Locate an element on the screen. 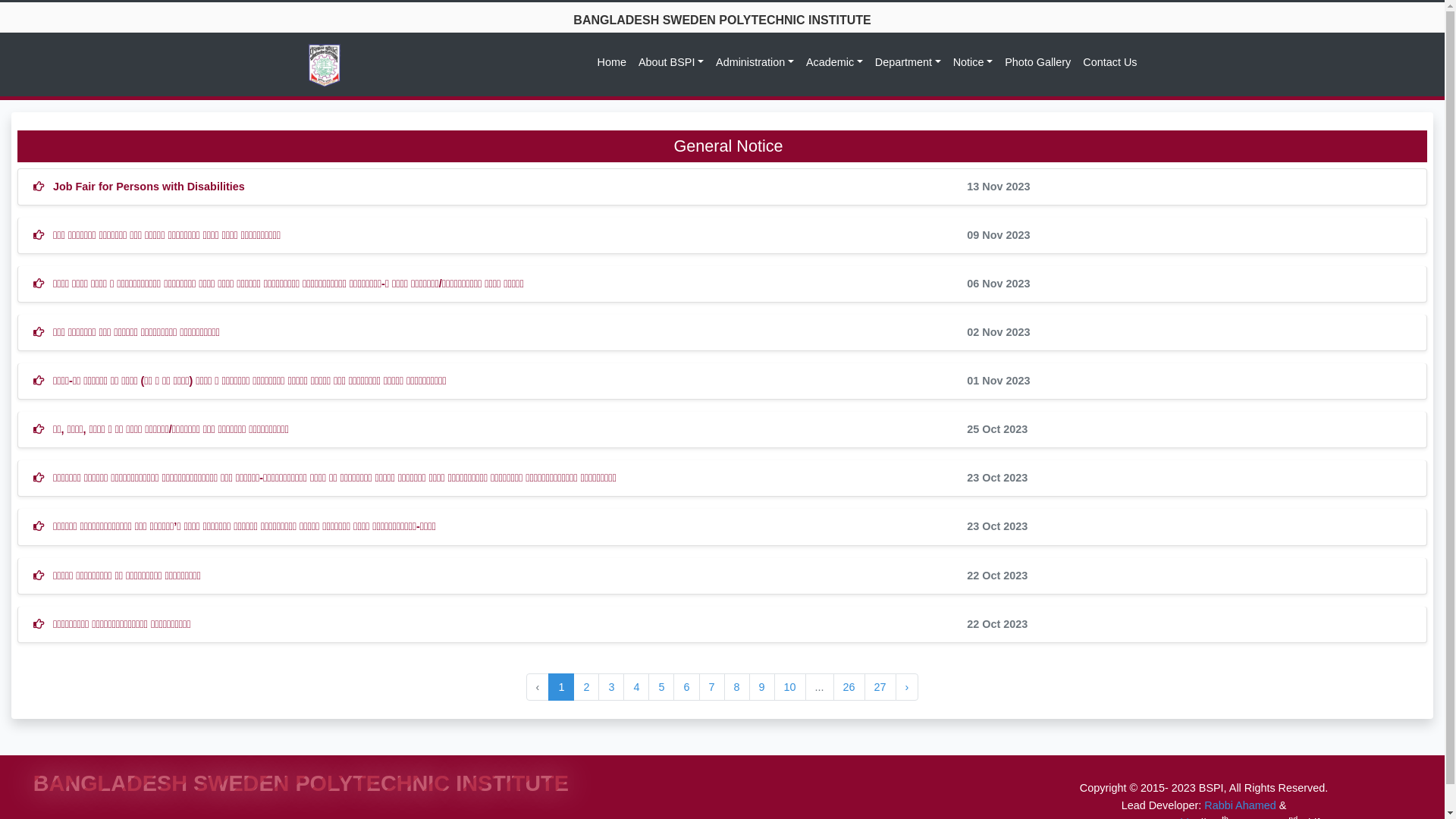 Image resolution: width=1456 pixels, height=819 pixels. 'Contact Us' is located at coordinates (1076, 61).